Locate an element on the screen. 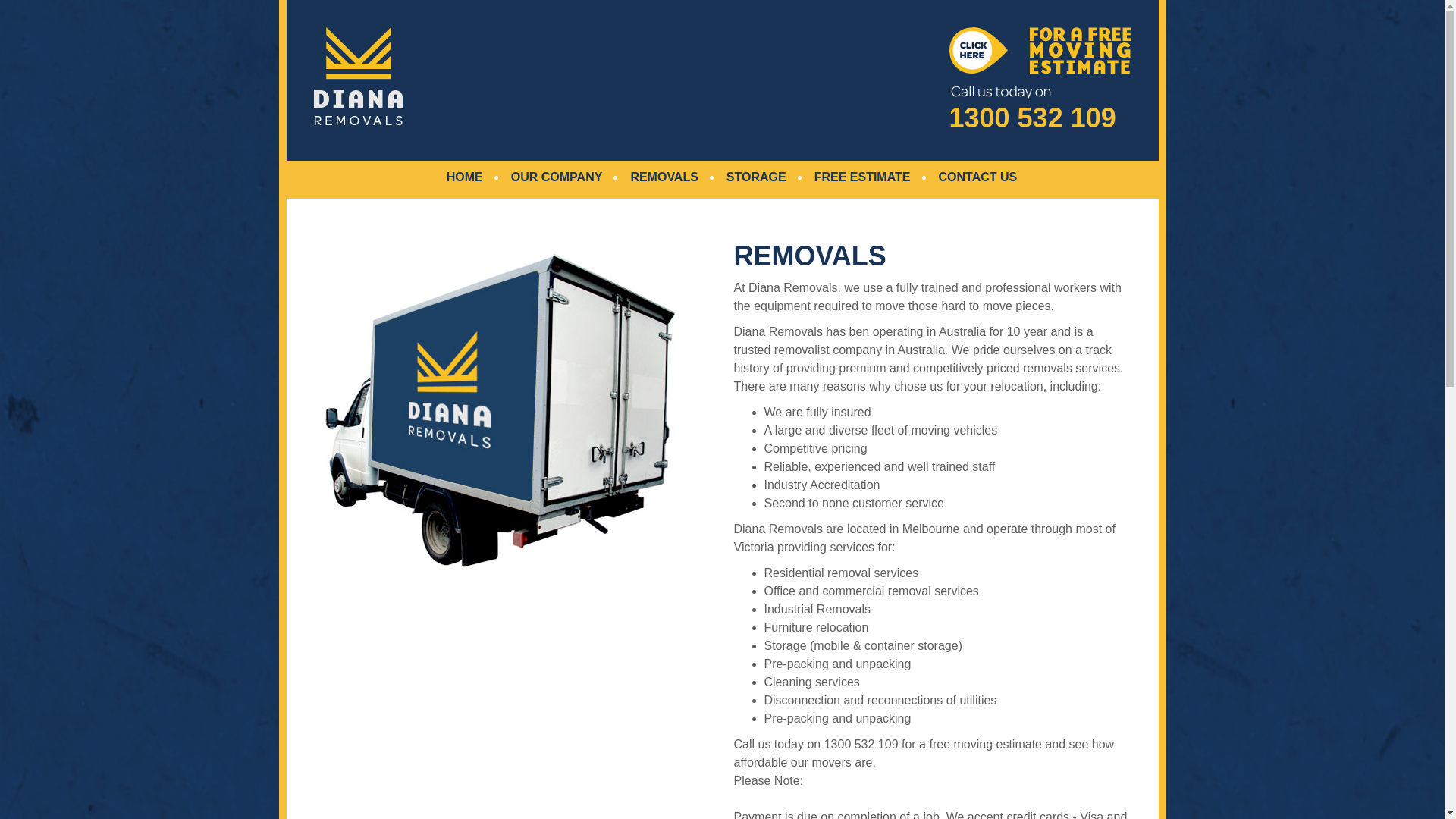  '1300 532 109' is located at coordinates (1040, 80).